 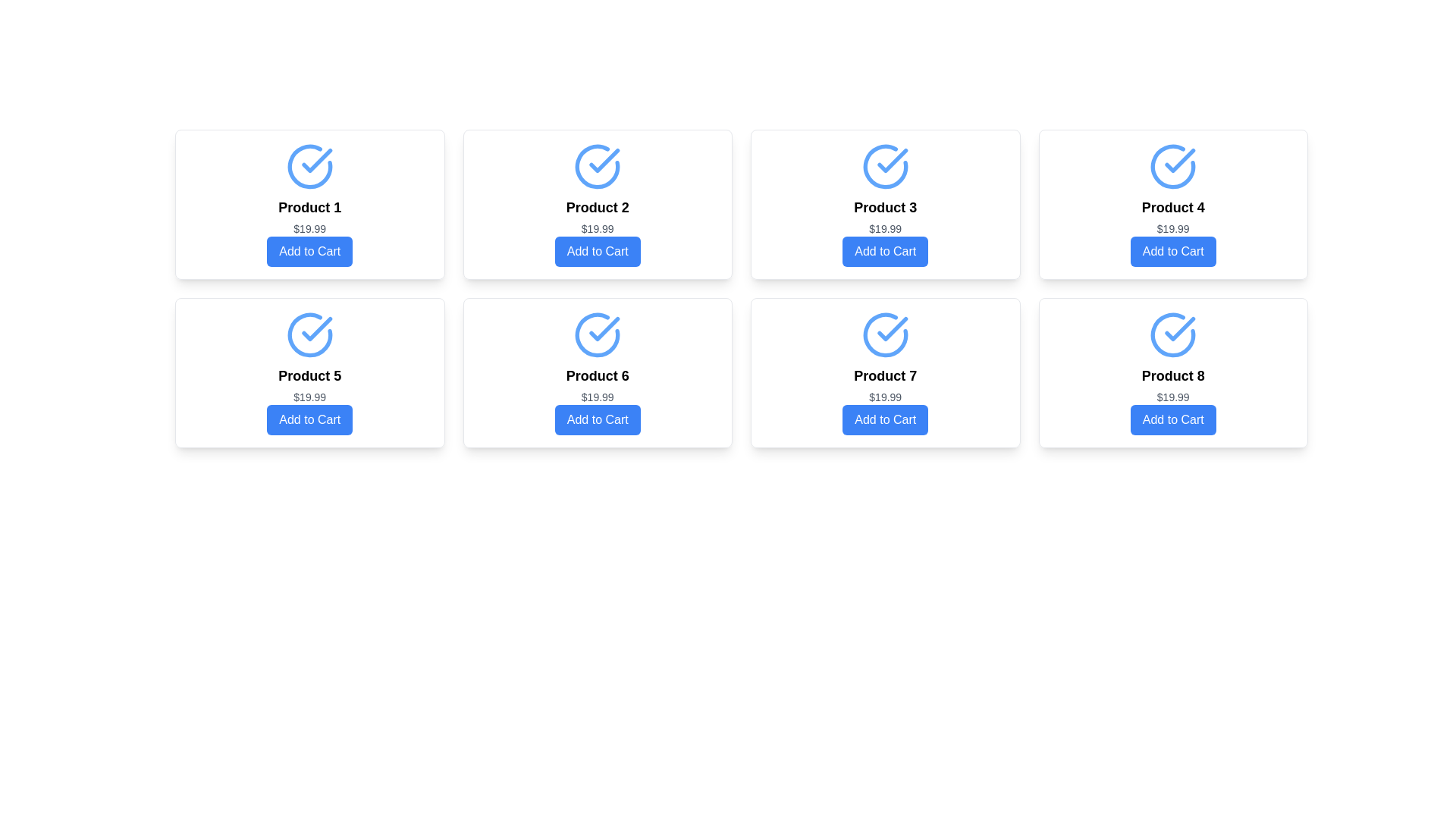 What do you see at coordinates (597, 205) in the screenshot?
I see `the Product Card located in the top row, second column of the product grid` at bounding box center [597, 205].